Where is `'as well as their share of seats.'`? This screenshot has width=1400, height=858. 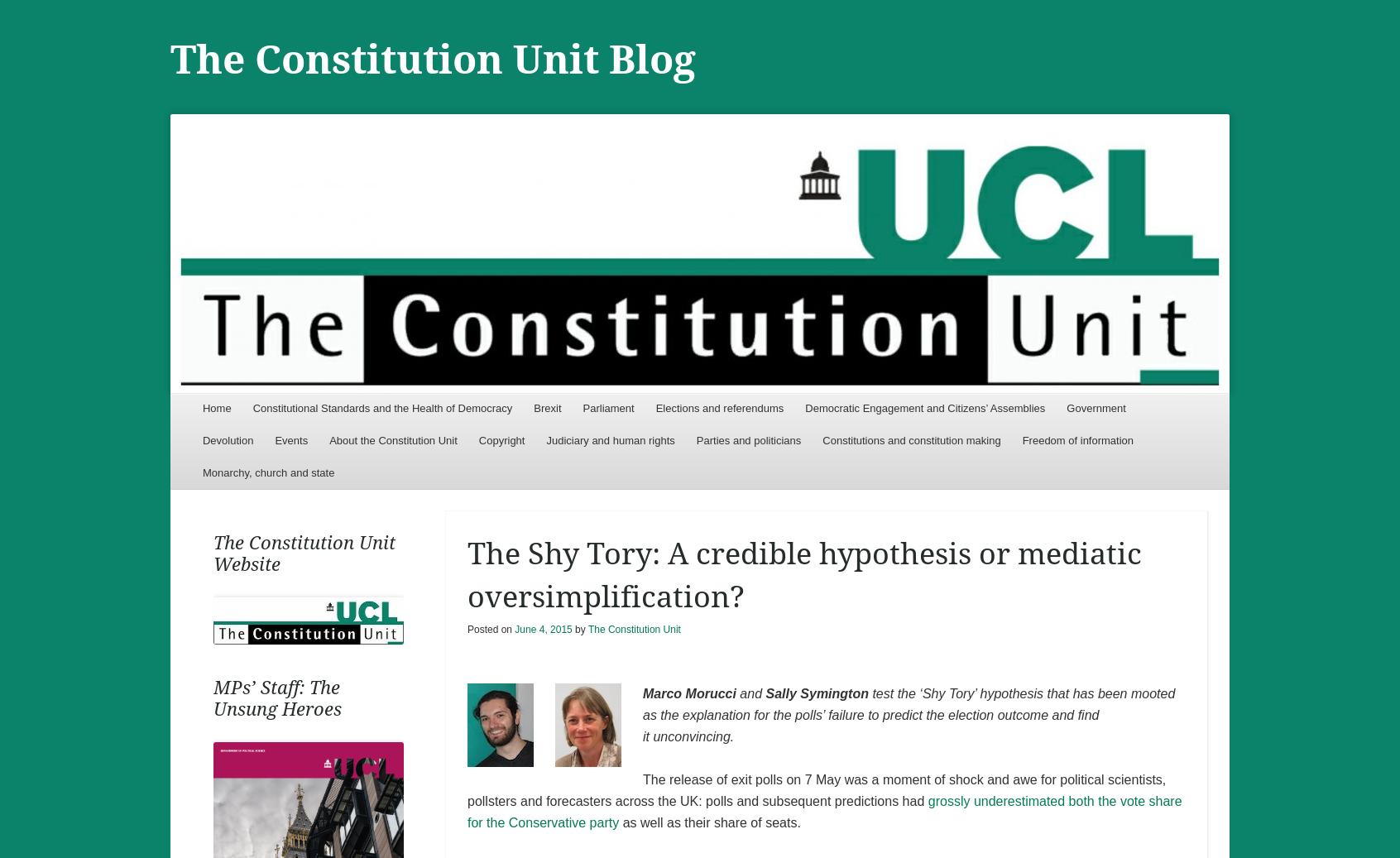
'as well as their share of seats.' is located at coordinates (618, 822).